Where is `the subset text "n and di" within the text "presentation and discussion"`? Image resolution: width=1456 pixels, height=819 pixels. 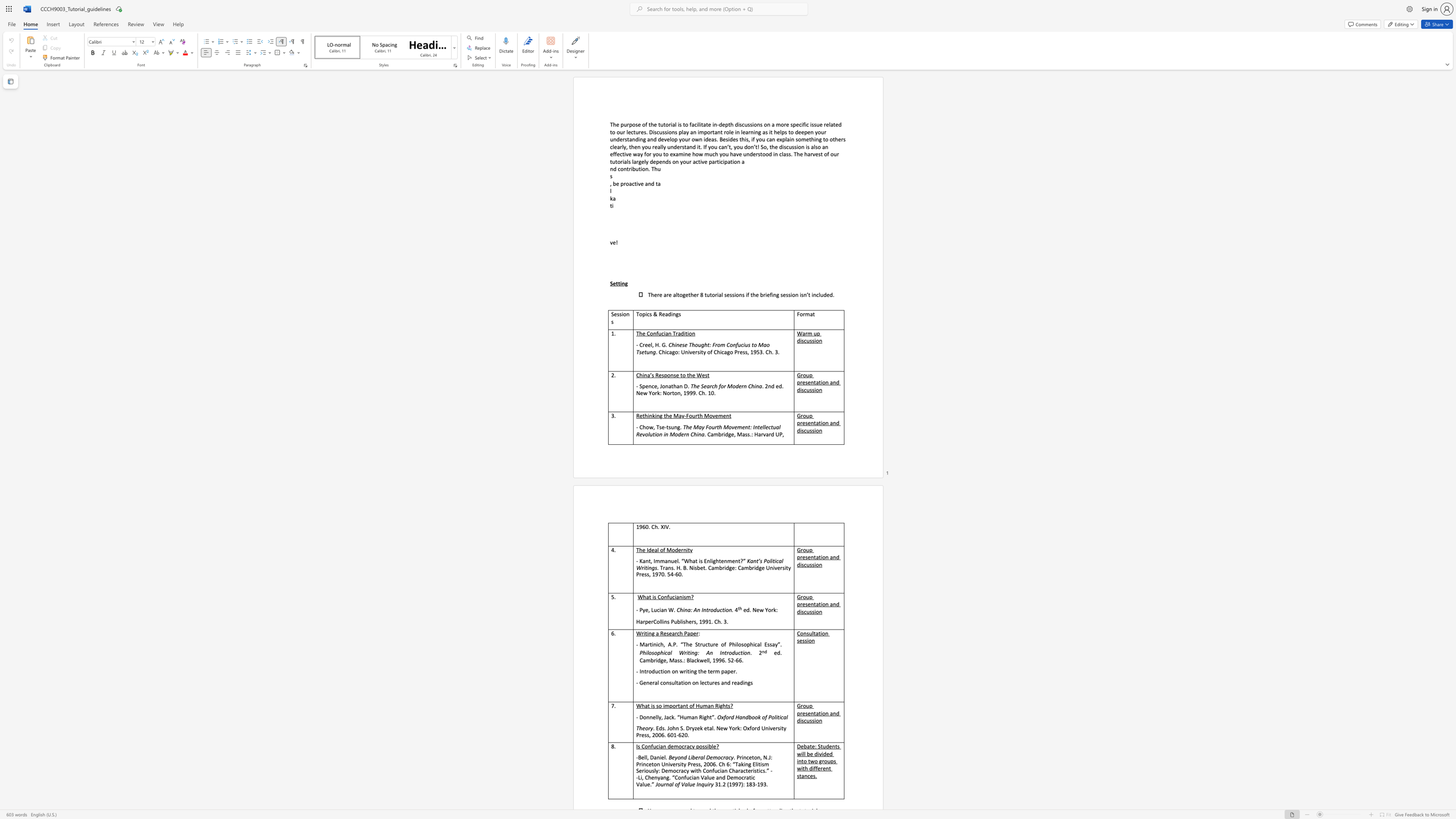
the subset text "n and di" within the text "presentation and discussion" is located at coordinates (824, 423).